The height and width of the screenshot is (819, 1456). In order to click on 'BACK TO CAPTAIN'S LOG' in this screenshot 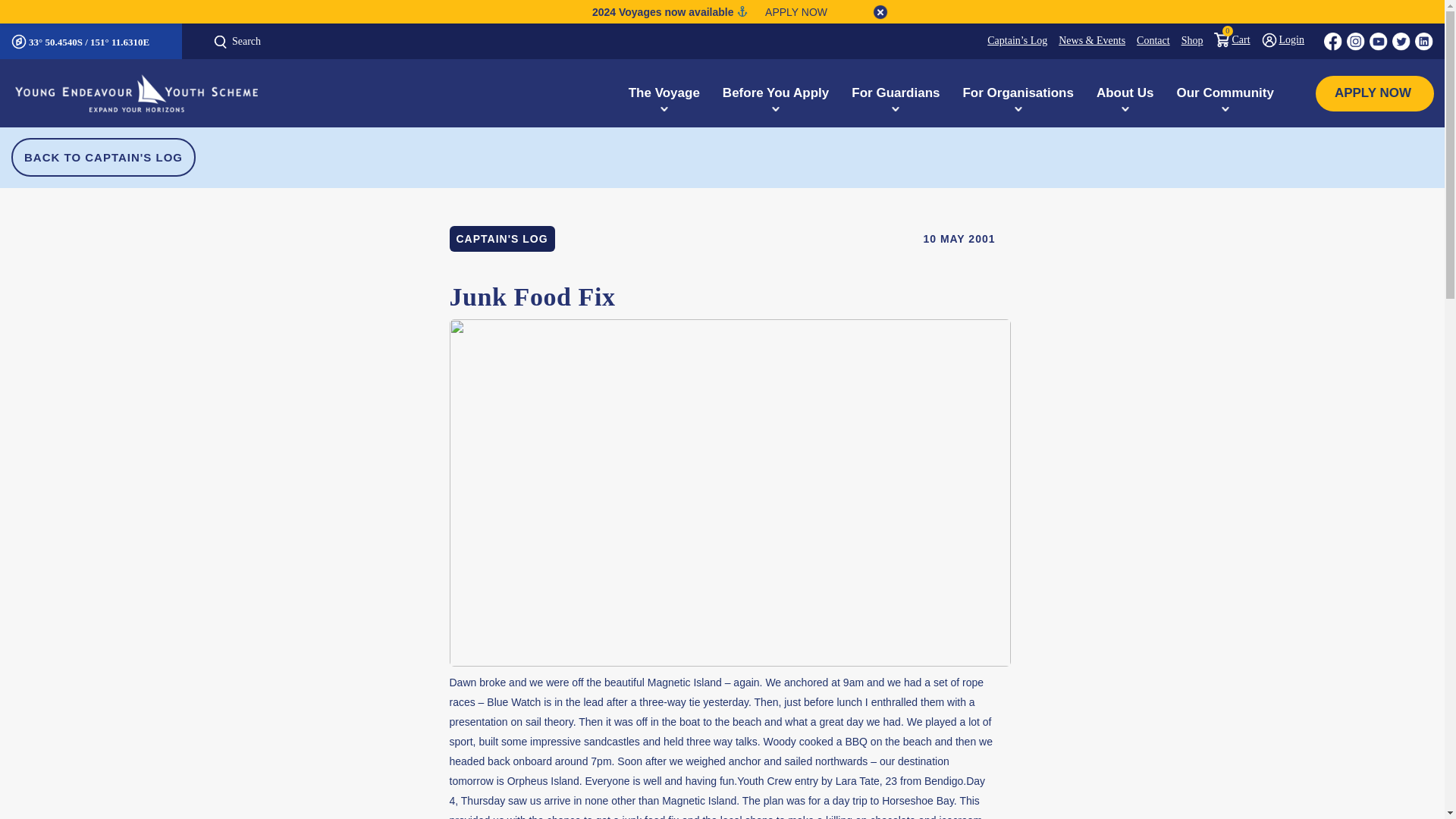, I will do `click(11, 157)`.